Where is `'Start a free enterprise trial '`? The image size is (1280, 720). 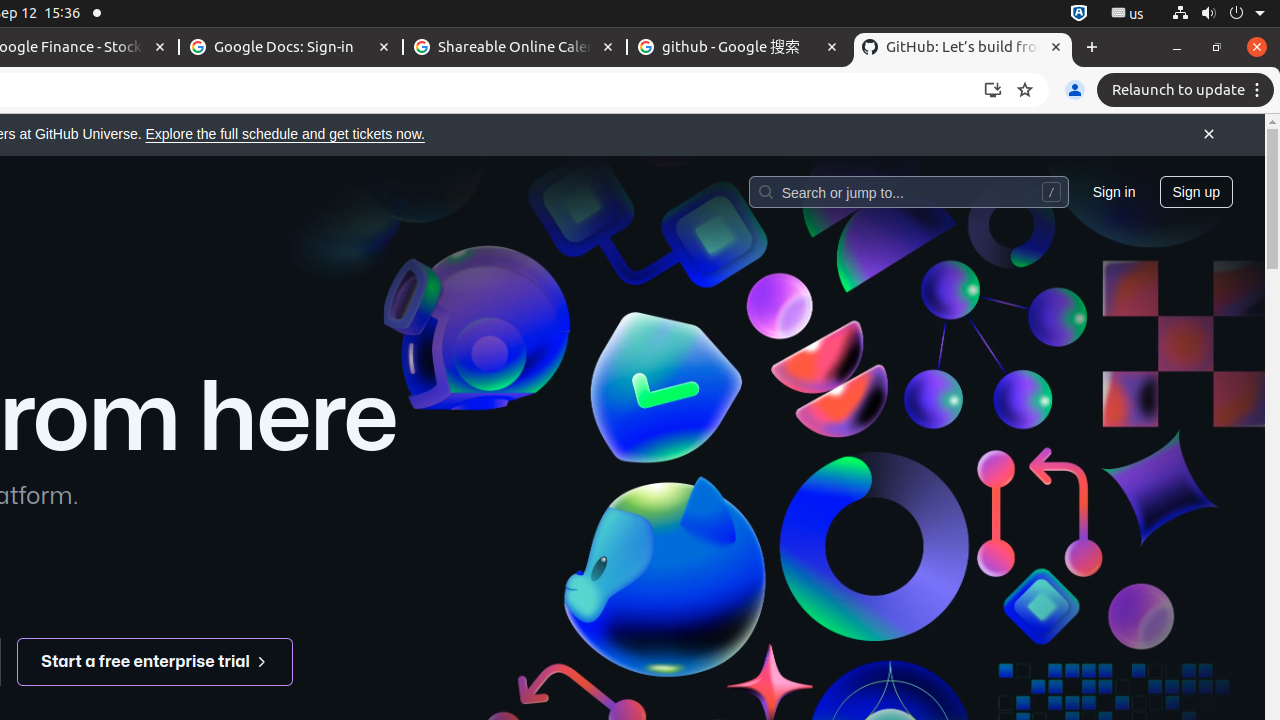
'Start a free enterprise trial ' is located at coordinates (154, 661).